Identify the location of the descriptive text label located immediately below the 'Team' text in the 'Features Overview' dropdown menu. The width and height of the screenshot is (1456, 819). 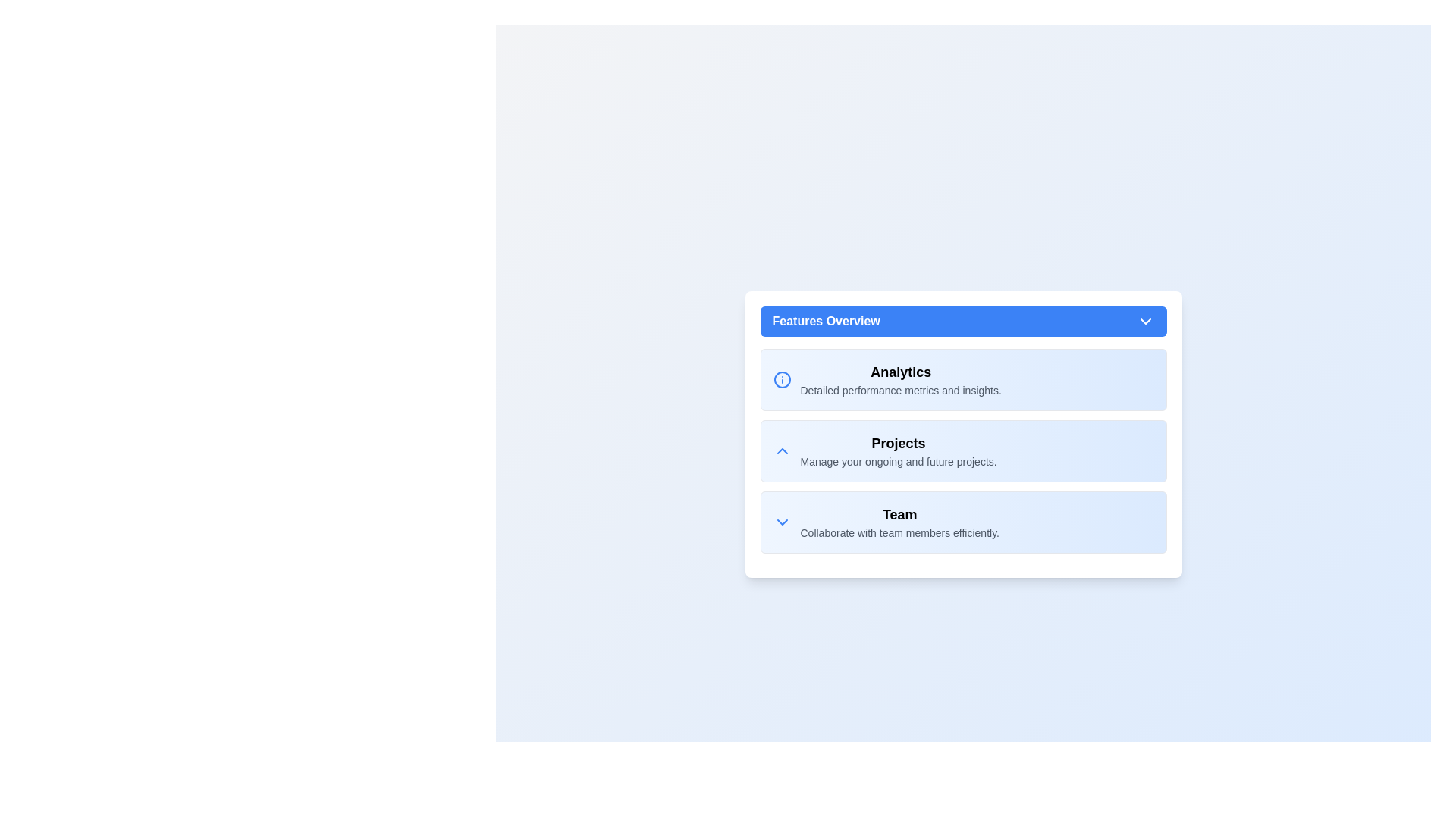
(899, 532).